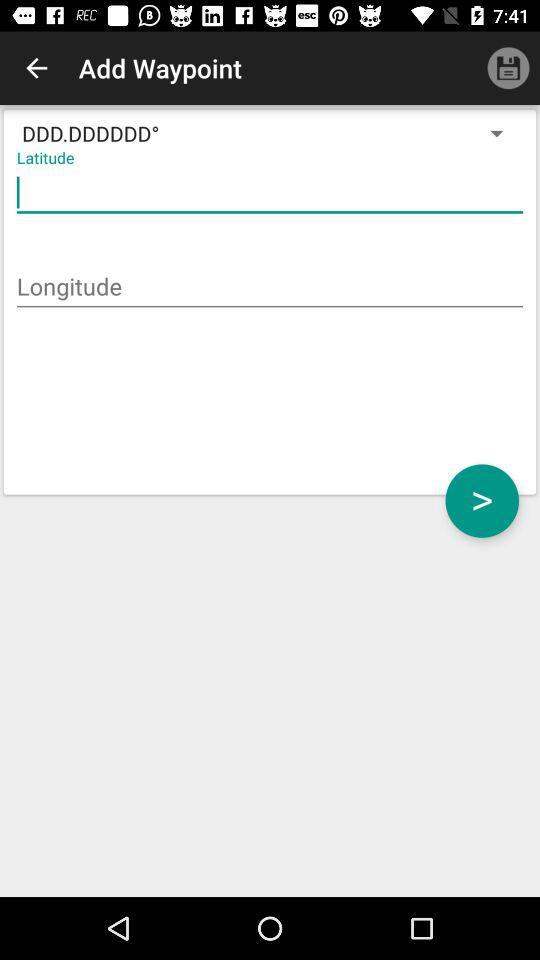 Image resolution: width=540 pixels, height=960 pixels. I want to click on the arrow_forward icon, so click(481, 500).